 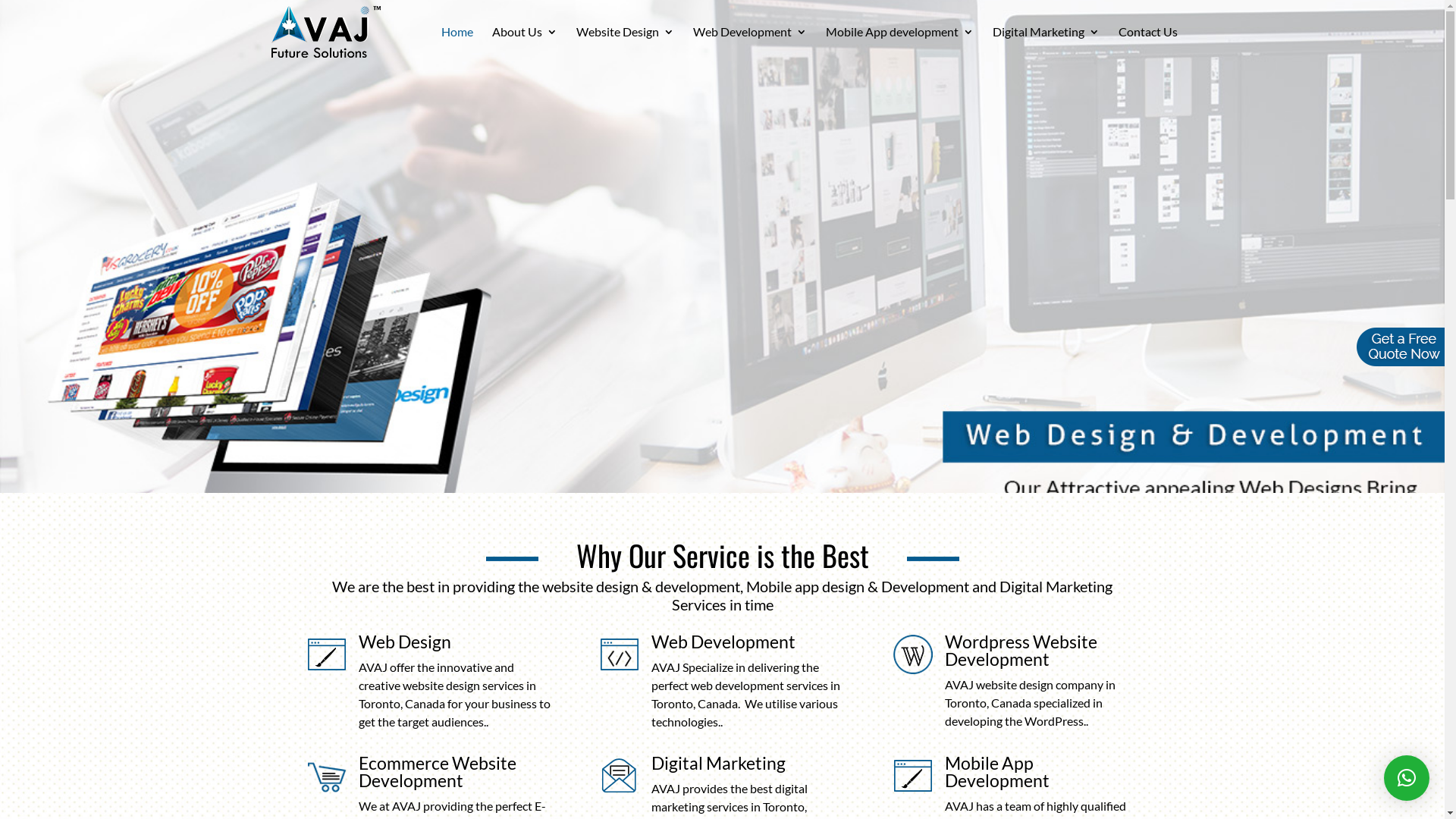 I want to click on 'Web Development', so click(x=723, y=641).